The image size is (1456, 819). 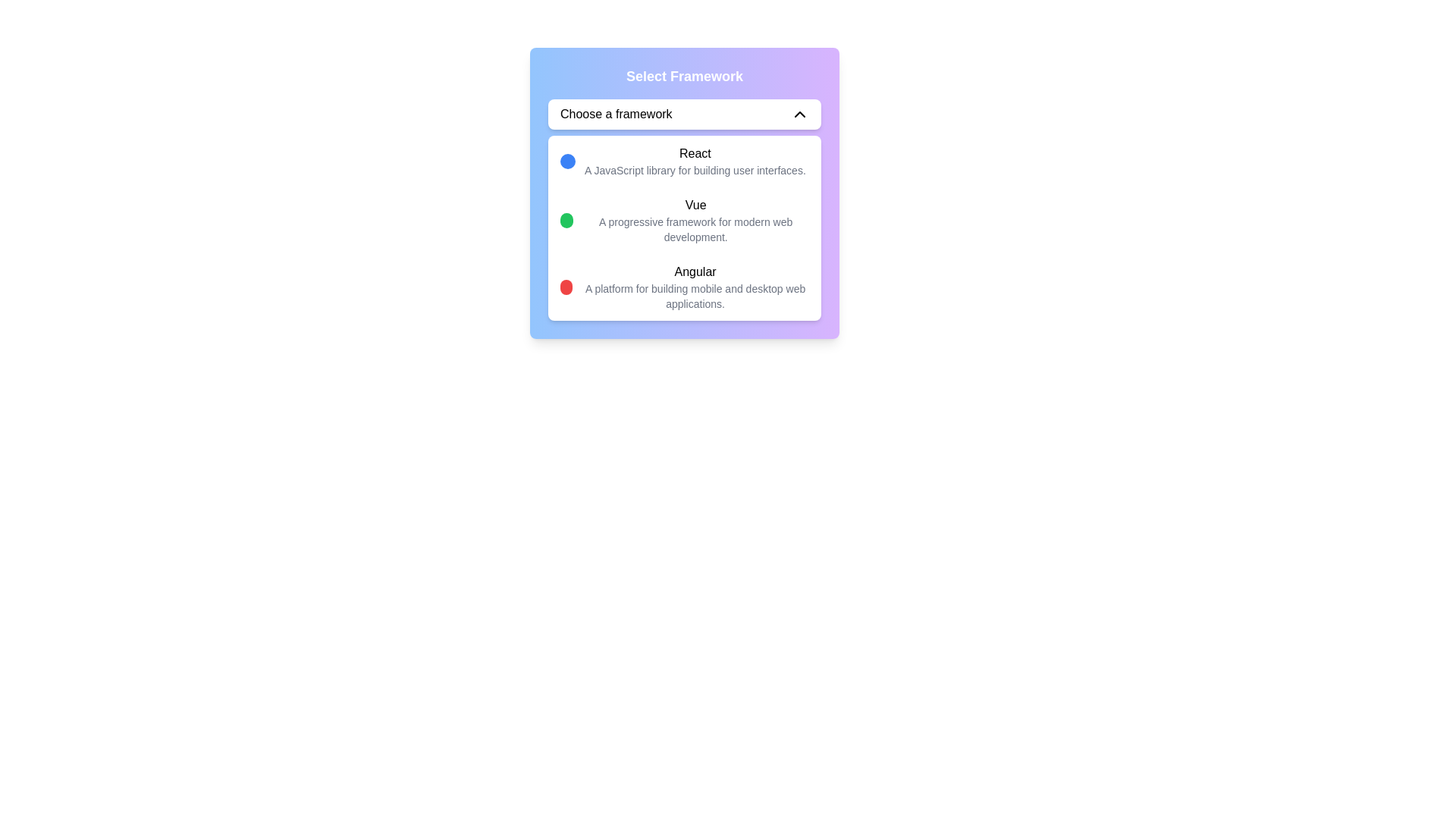 What do you see at coordinates (683, 192) in the screenshot?
I see `the dropdown selector titled 'Choose a framework' in the 'Select Framework' dropdown element` at bounding box center [683, 192].